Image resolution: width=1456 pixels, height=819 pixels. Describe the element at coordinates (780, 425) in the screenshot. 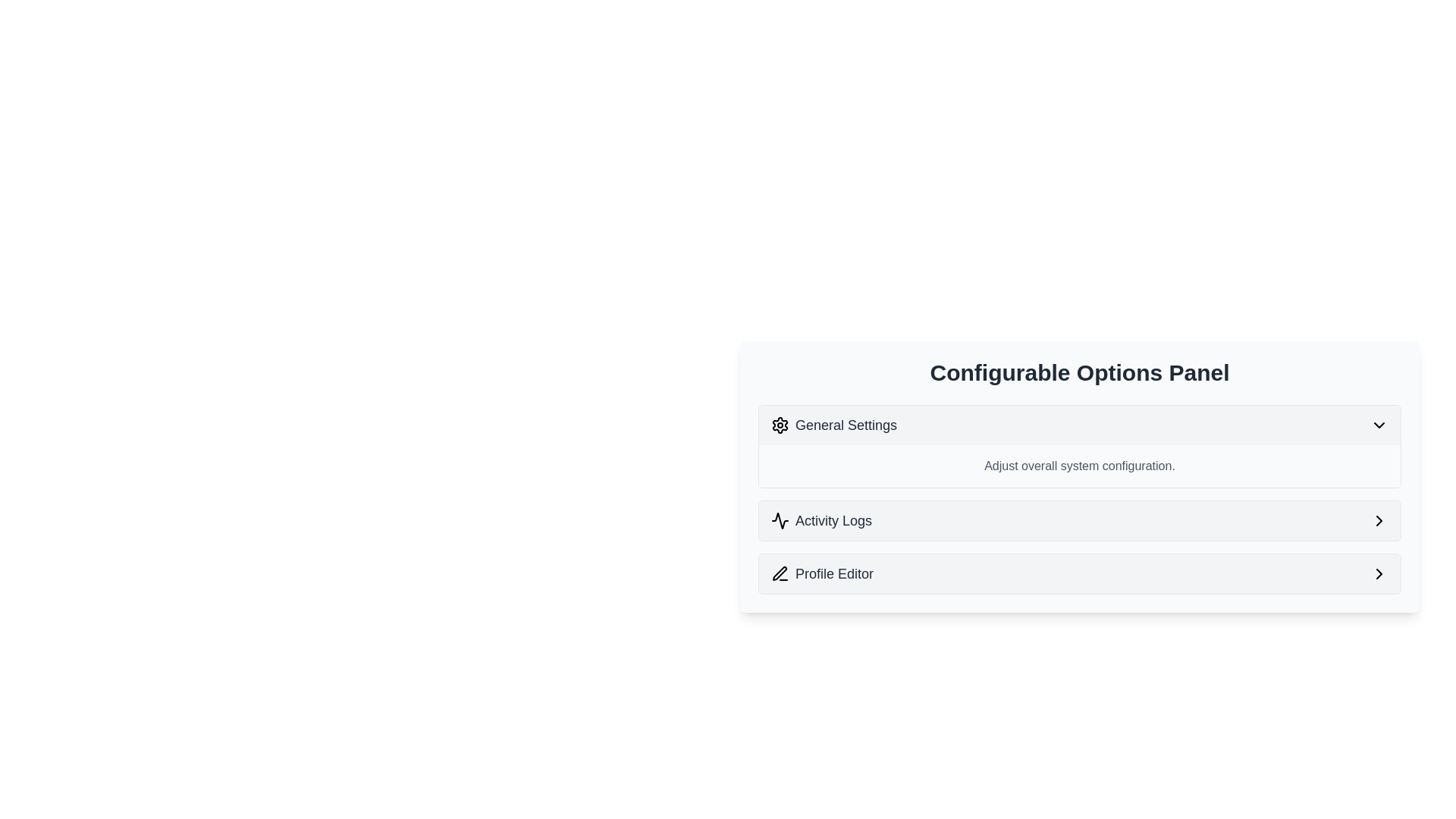

I see `the cogwheel-shaped icon in the Configurable Options Panel next to 'General Settings'` at that location.